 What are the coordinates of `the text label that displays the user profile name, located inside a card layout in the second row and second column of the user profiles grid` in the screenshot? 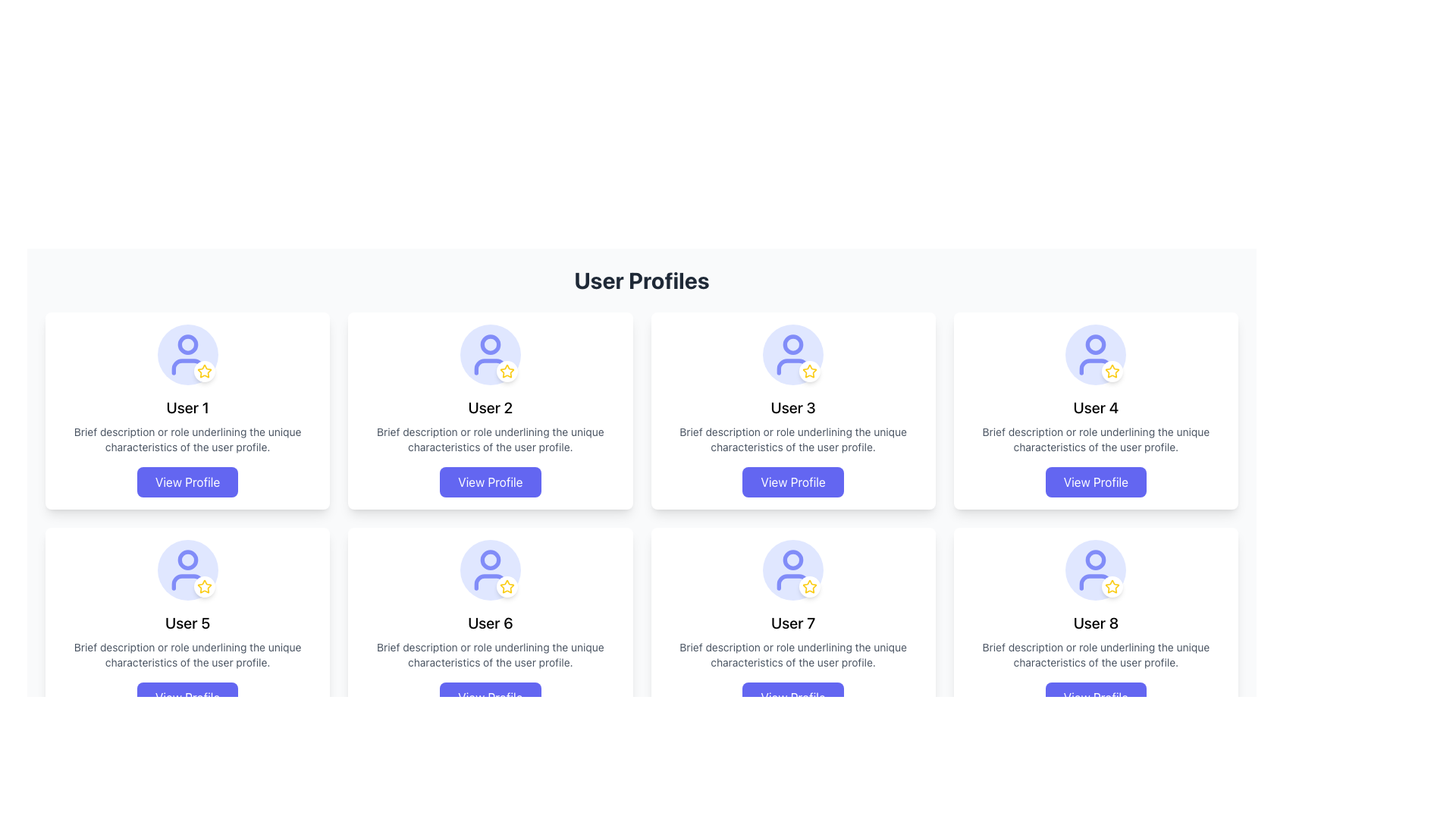 It's located at (490, 623).